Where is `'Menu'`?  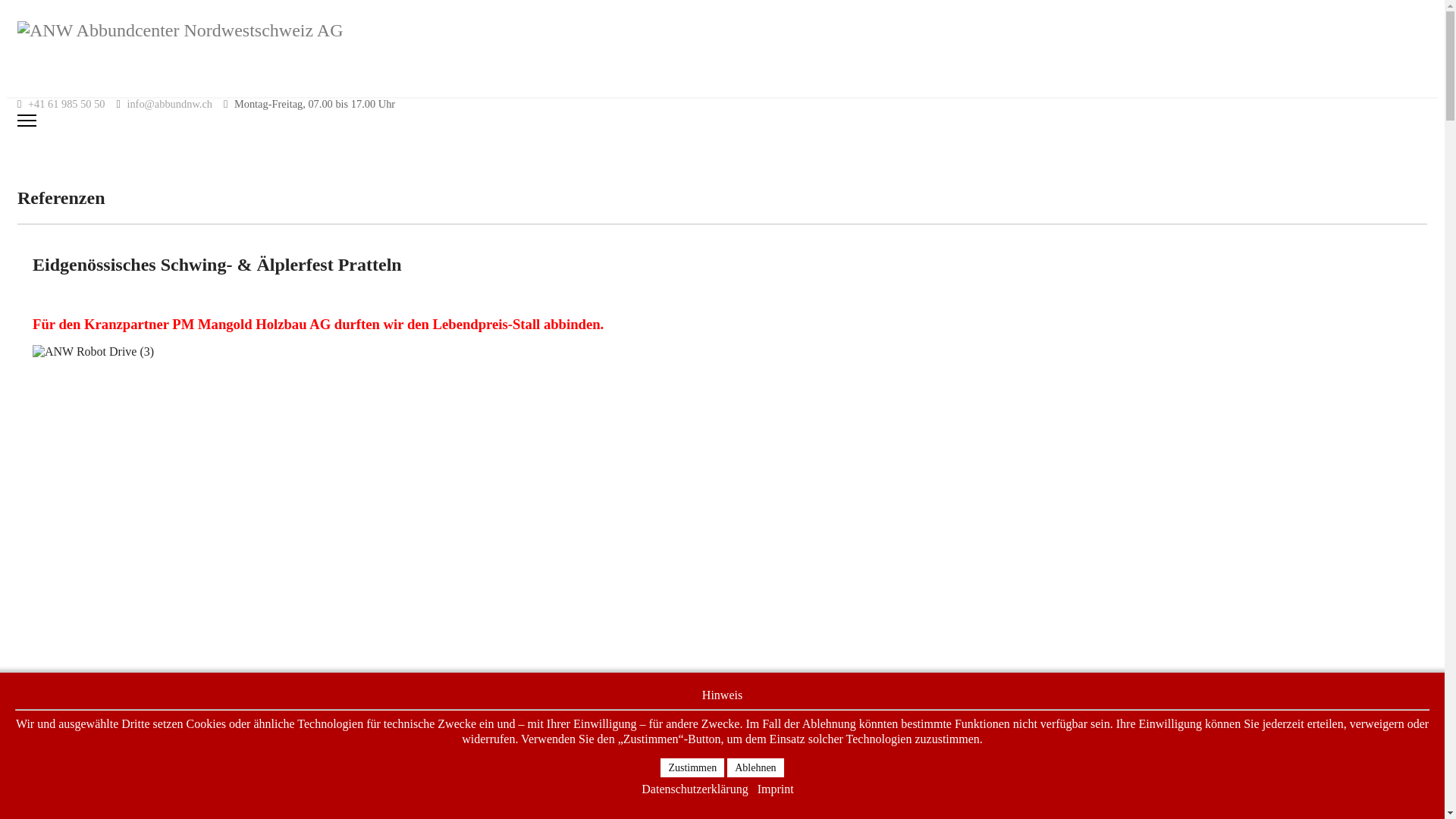
'Menu' is located at coordinates (721, 119).